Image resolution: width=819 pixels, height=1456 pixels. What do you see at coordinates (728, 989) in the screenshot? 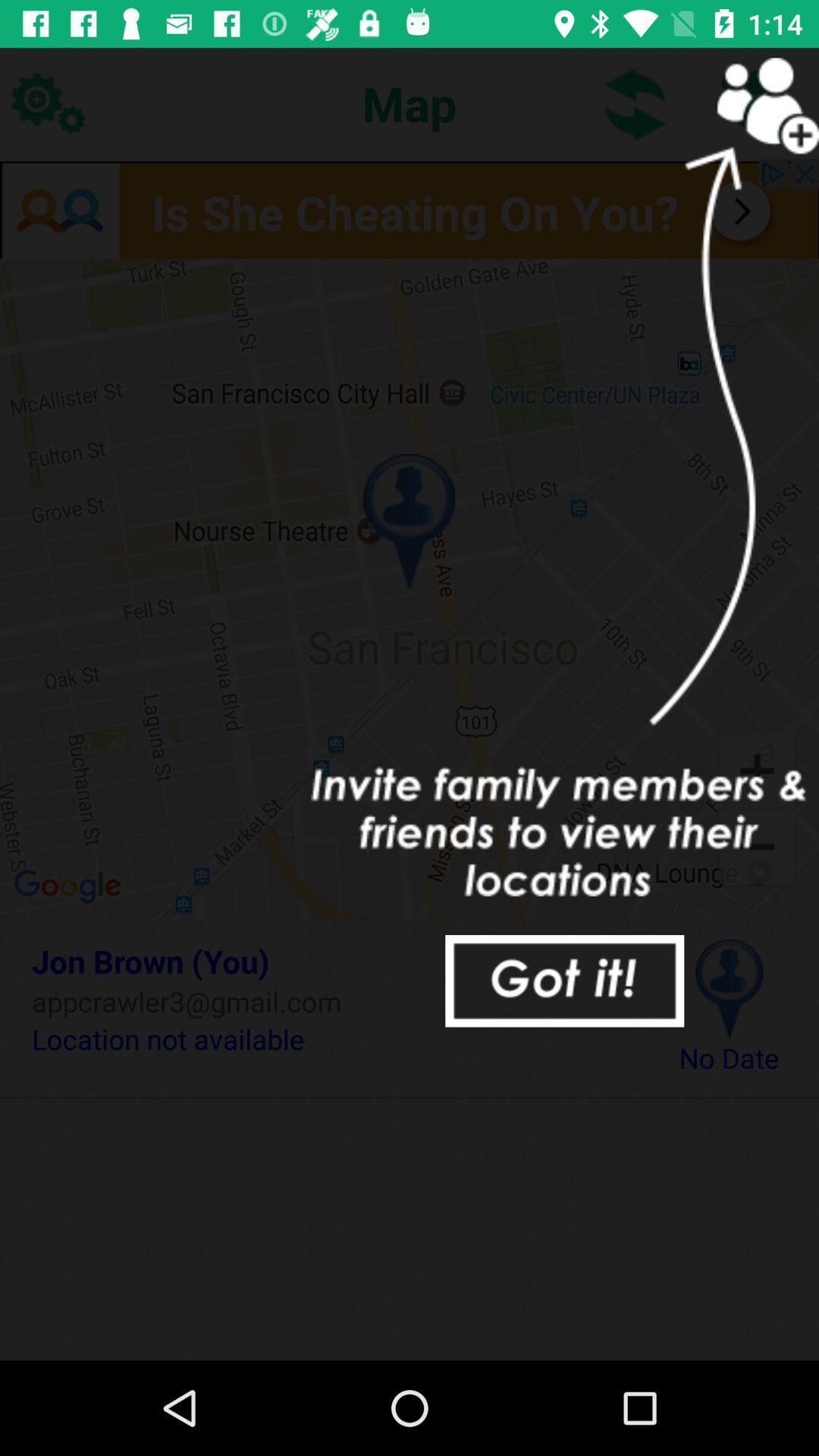
I see `the item to the right of the jon brown (you)` at bounding box center [728, 989].